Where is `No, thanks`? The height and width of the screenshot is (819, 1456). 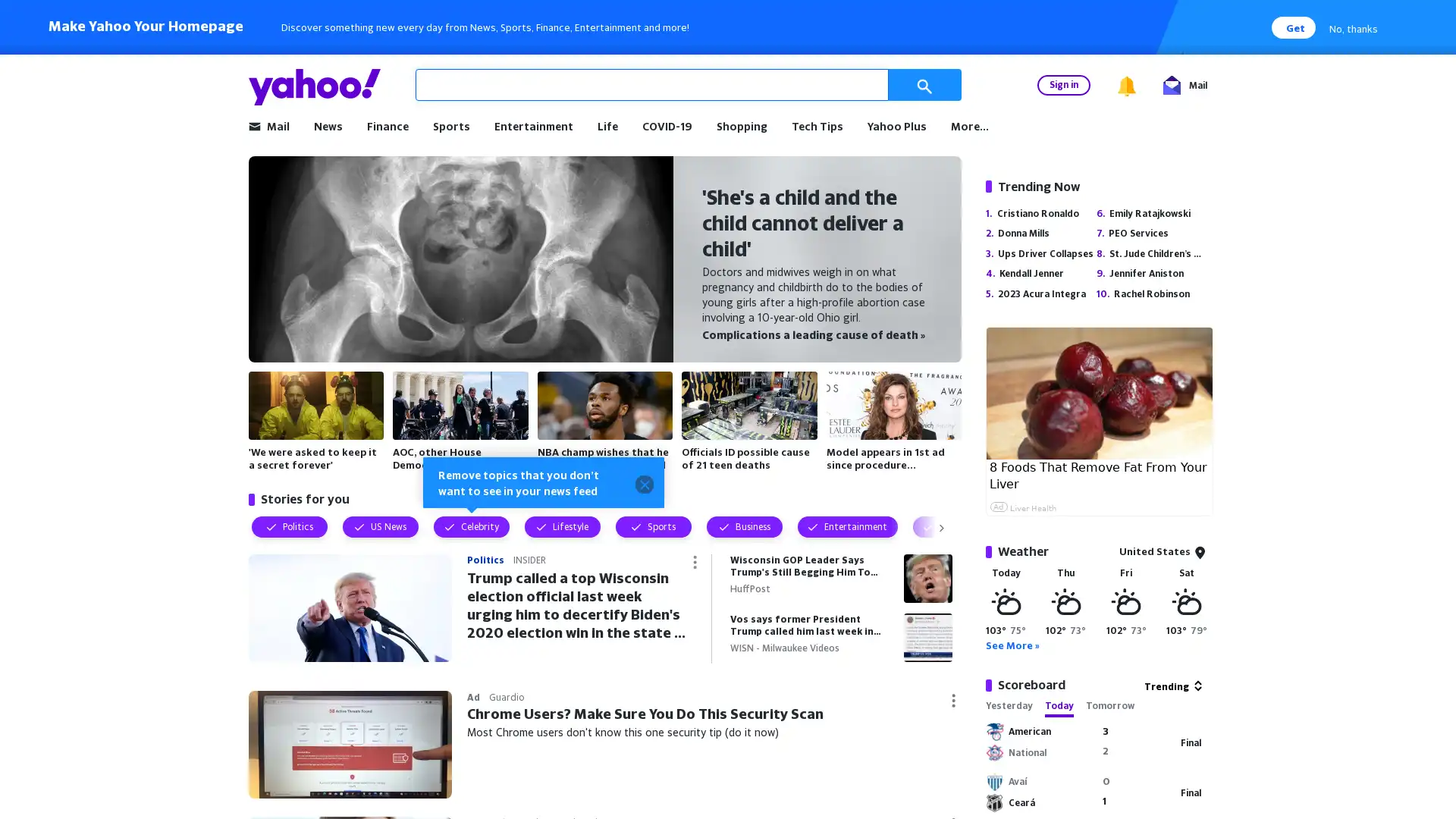
No, thanks is located at coordinates (1354, 29).